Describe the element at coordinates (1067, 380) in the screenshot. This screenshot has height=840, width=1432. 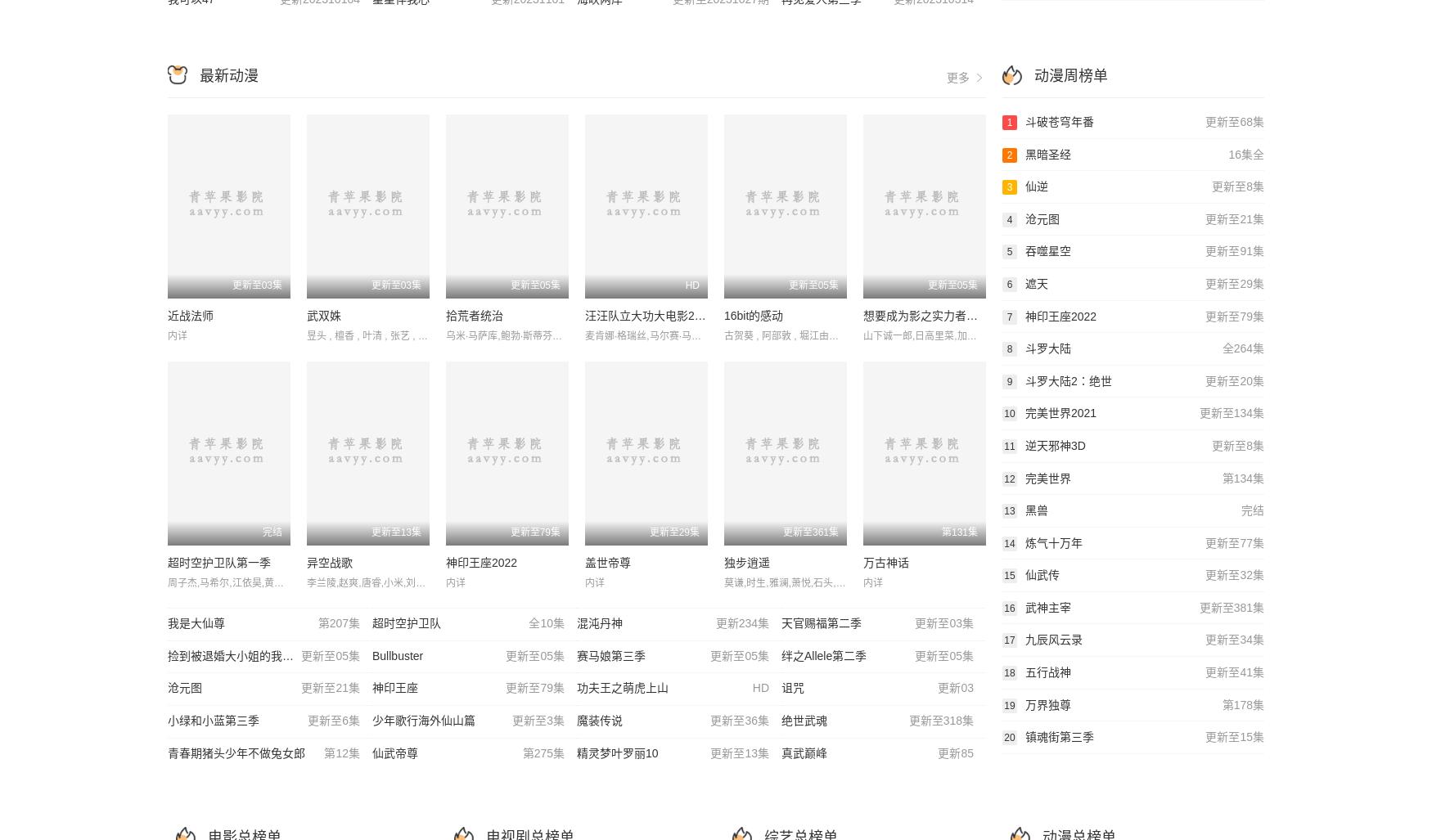
I see `'斗罗大陆2：绝世'` at that location.